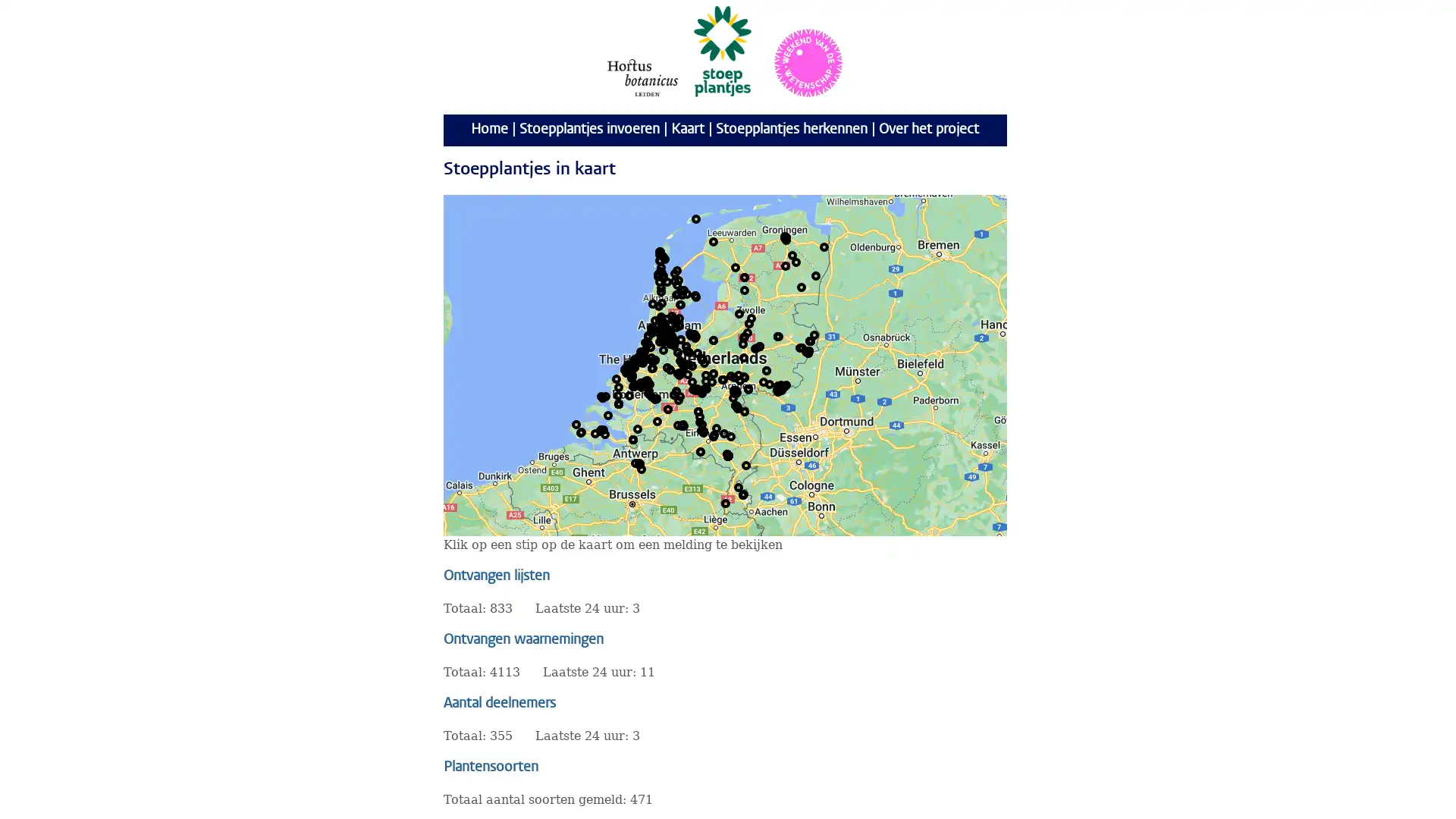 This screenshot has height=819, width=1456. I want to click on Telling van Elma van der Raadt op 13 oktober 2021, so click(667, 366).